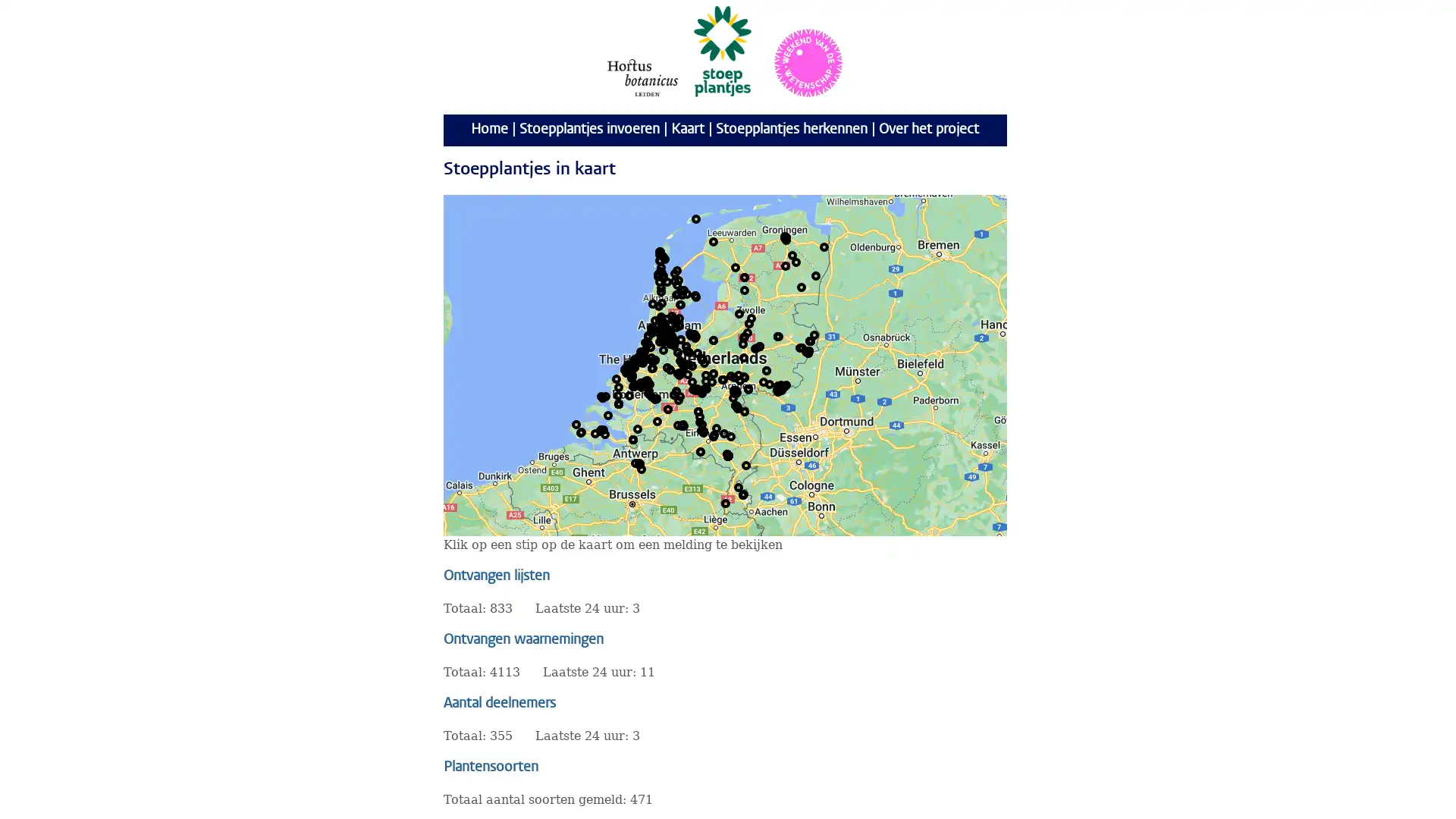 This screenshot has height=819, width=1456. I want to click on Telling van Elma van der Raadt op 13 oktober 2021, so click(667, 366).